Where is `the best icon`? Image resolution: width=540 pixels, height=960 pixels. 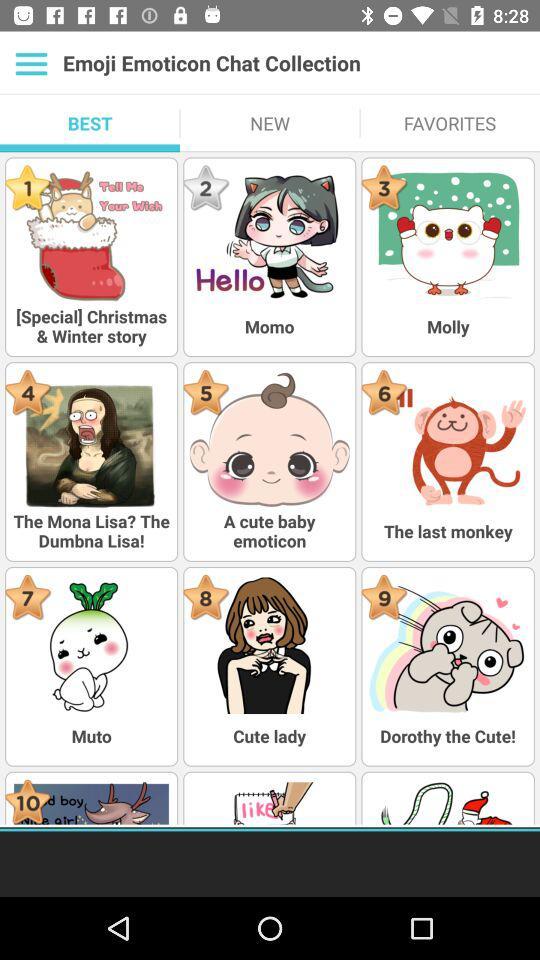
the best icon is located at coordinates (89, 122).